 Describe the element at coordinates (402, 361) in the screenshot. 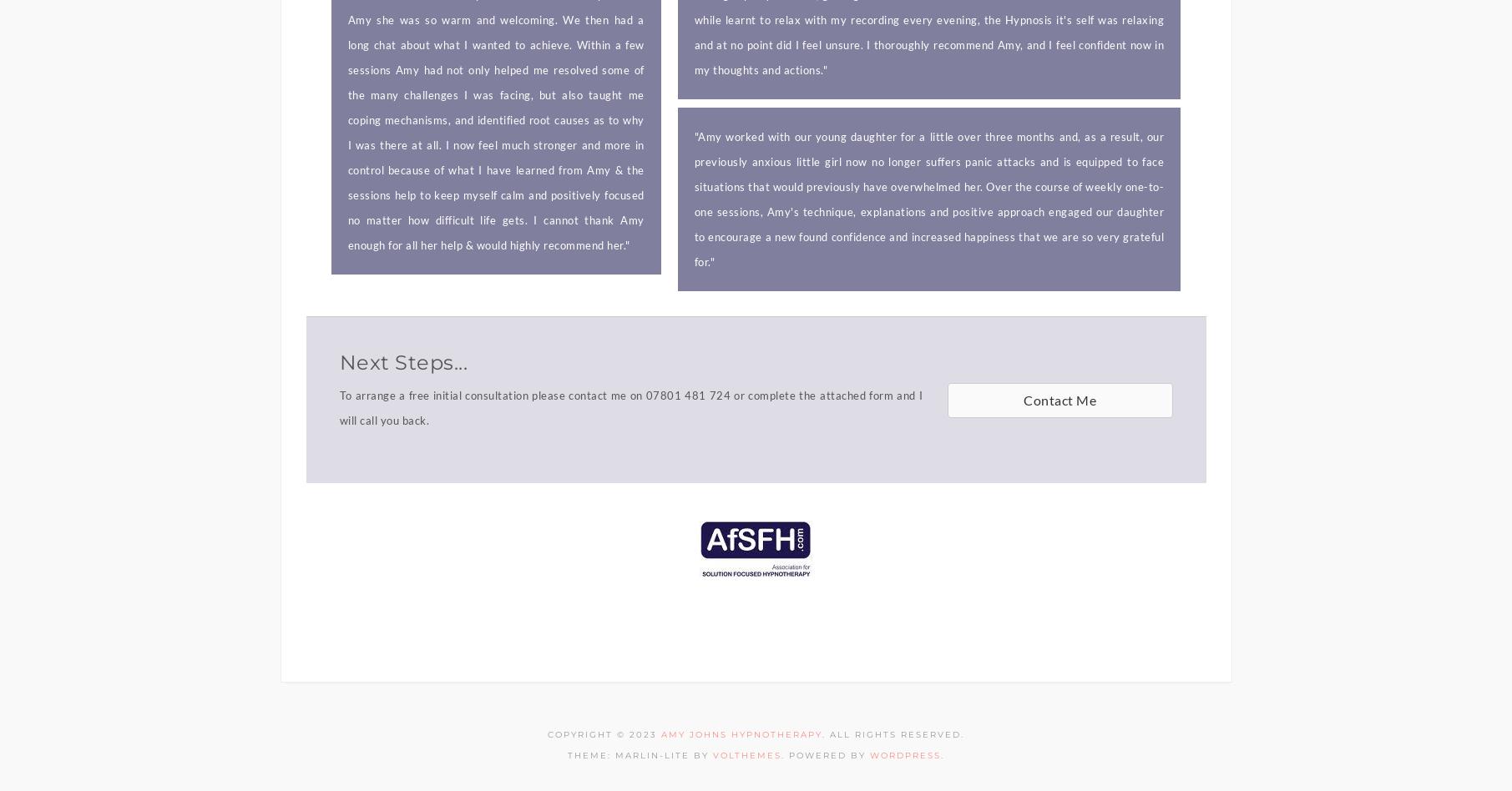

I see `'Next Steps...'` at that location.